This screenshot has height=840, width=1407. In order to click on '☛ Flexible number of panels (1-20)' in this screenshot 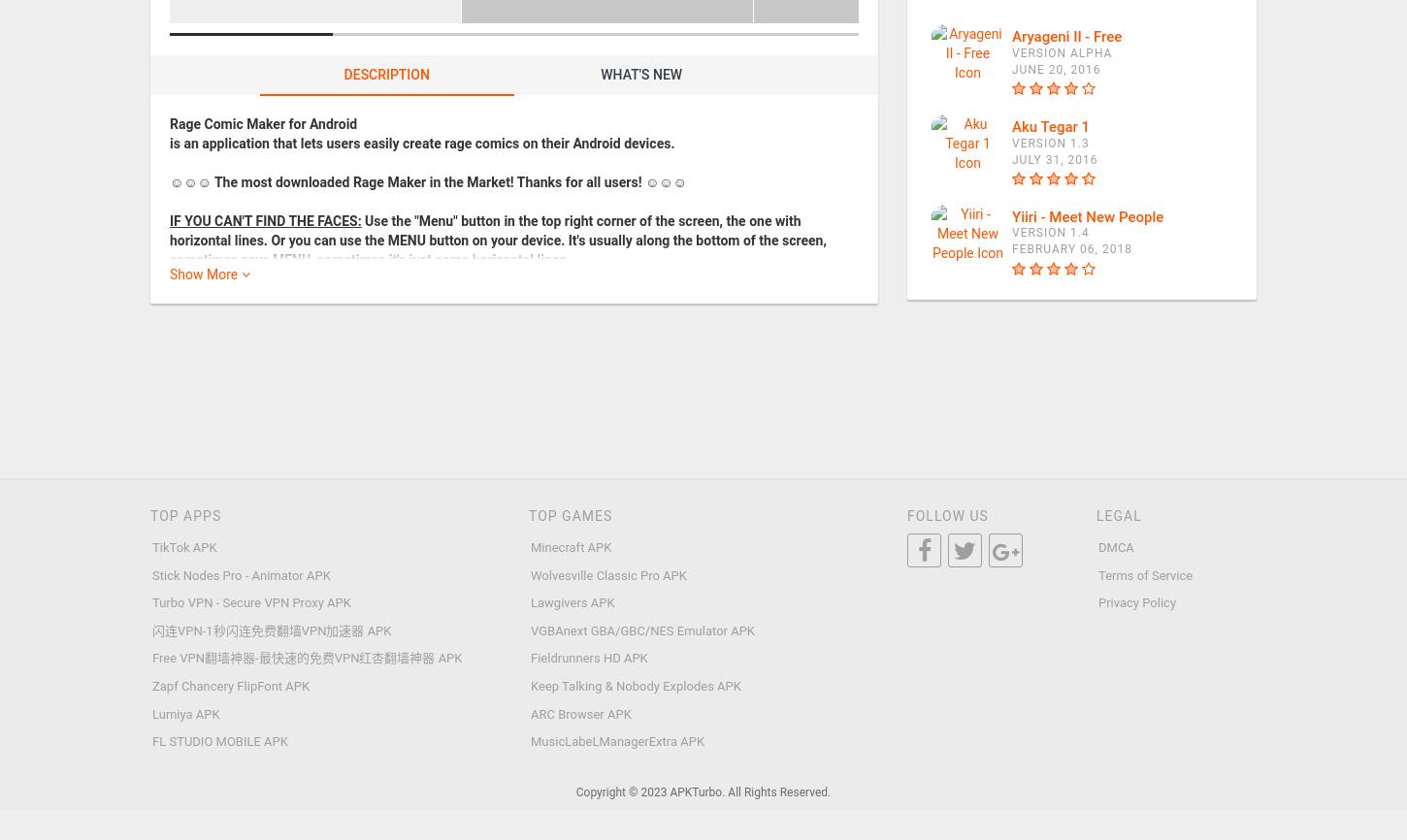, I will do `click(169, 549)`.